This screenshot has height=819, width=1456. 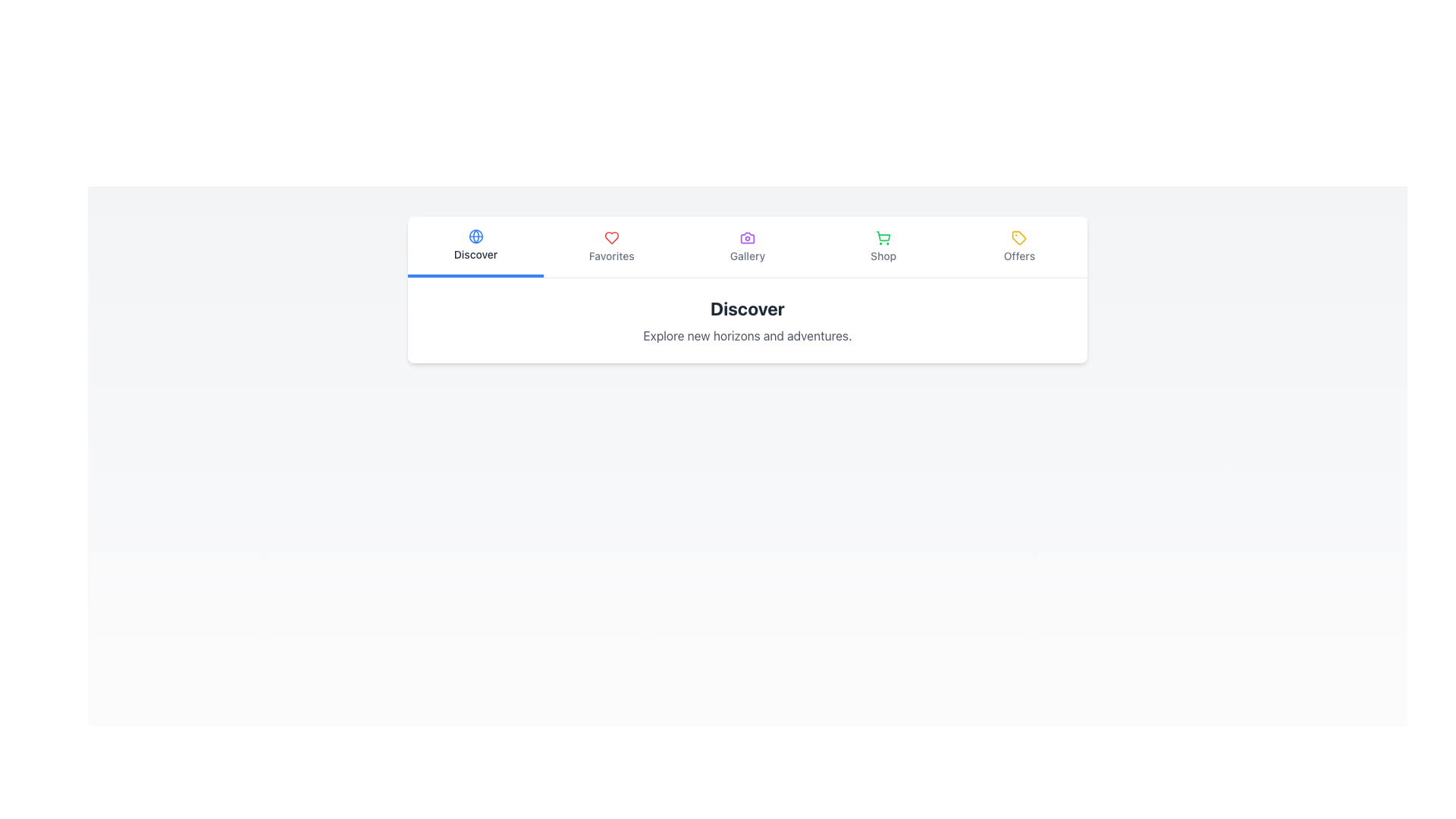 What do you see at coordinates (475, 253) in the screenshot?
I see `the text label displaying 'Discover'` at bounding box center [475, 253].